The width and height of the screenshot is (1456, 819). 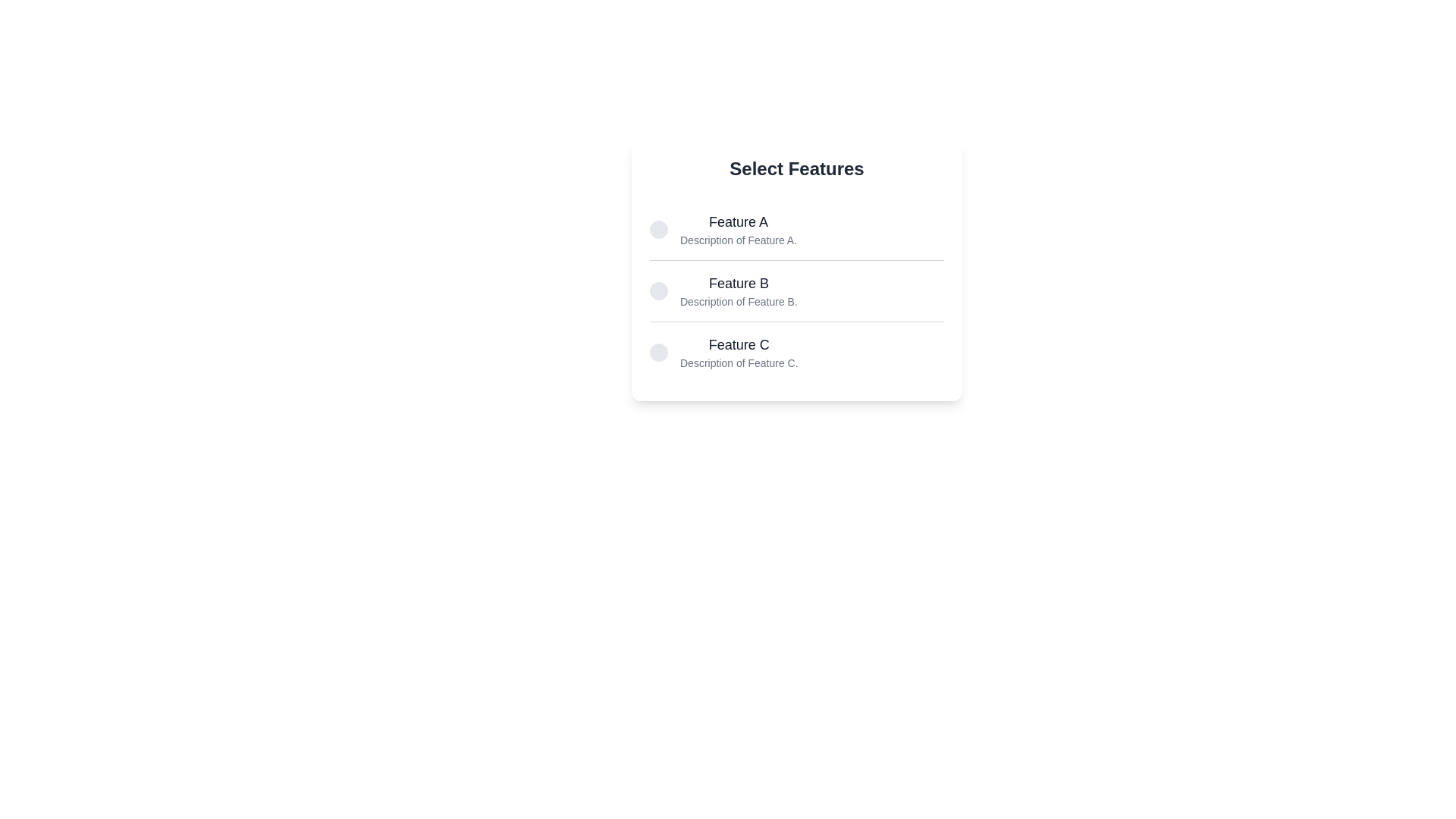 I want to click on the third list item that allows the user to select 'Feature C', so click(x=723, y=353).